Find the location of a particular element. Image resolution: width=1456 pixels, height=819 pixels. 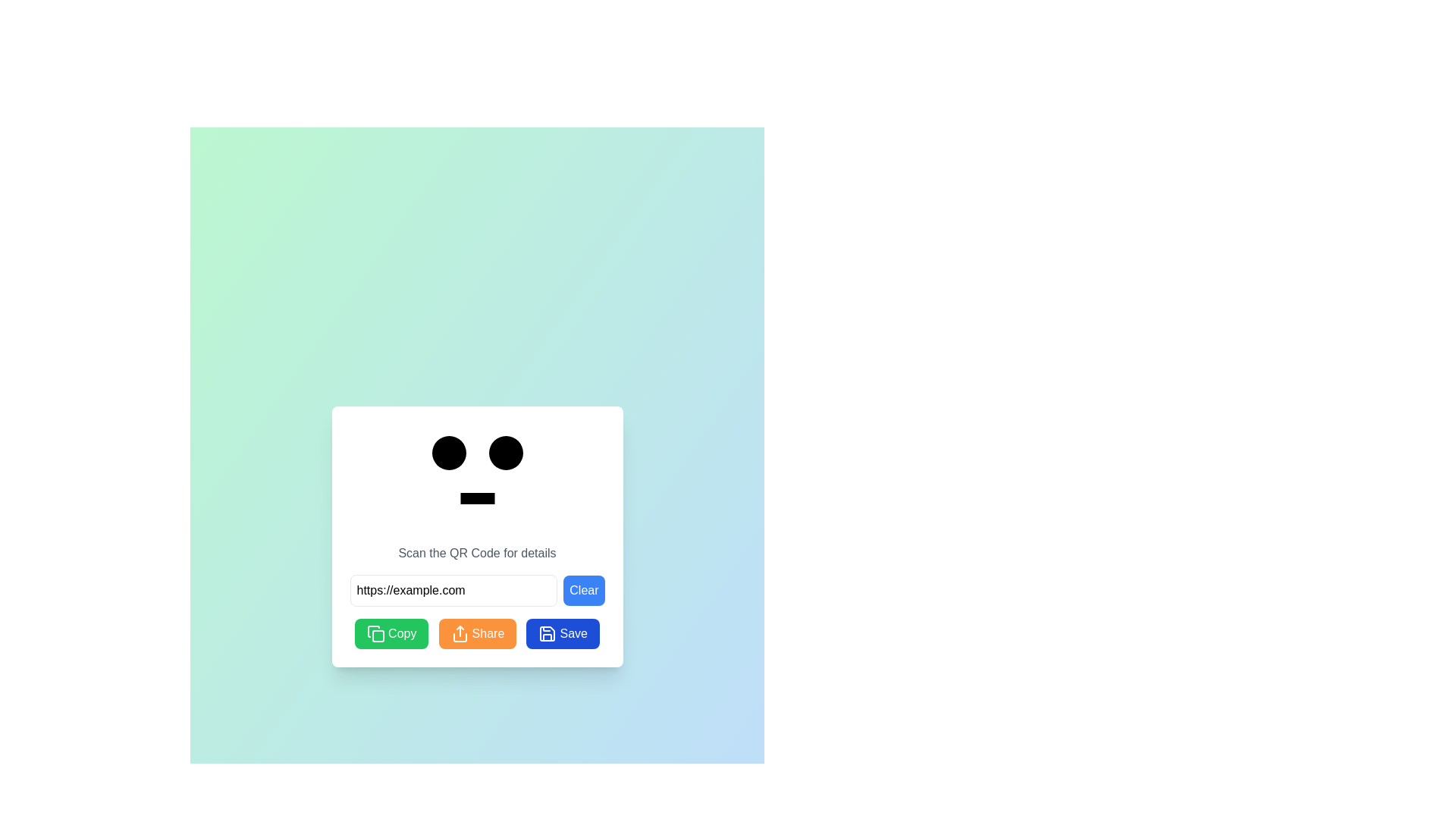

the floppy disk icon within the blue 'Save' button located at the bottom-right corner of the white card interface is located at coordinates (547, 634).